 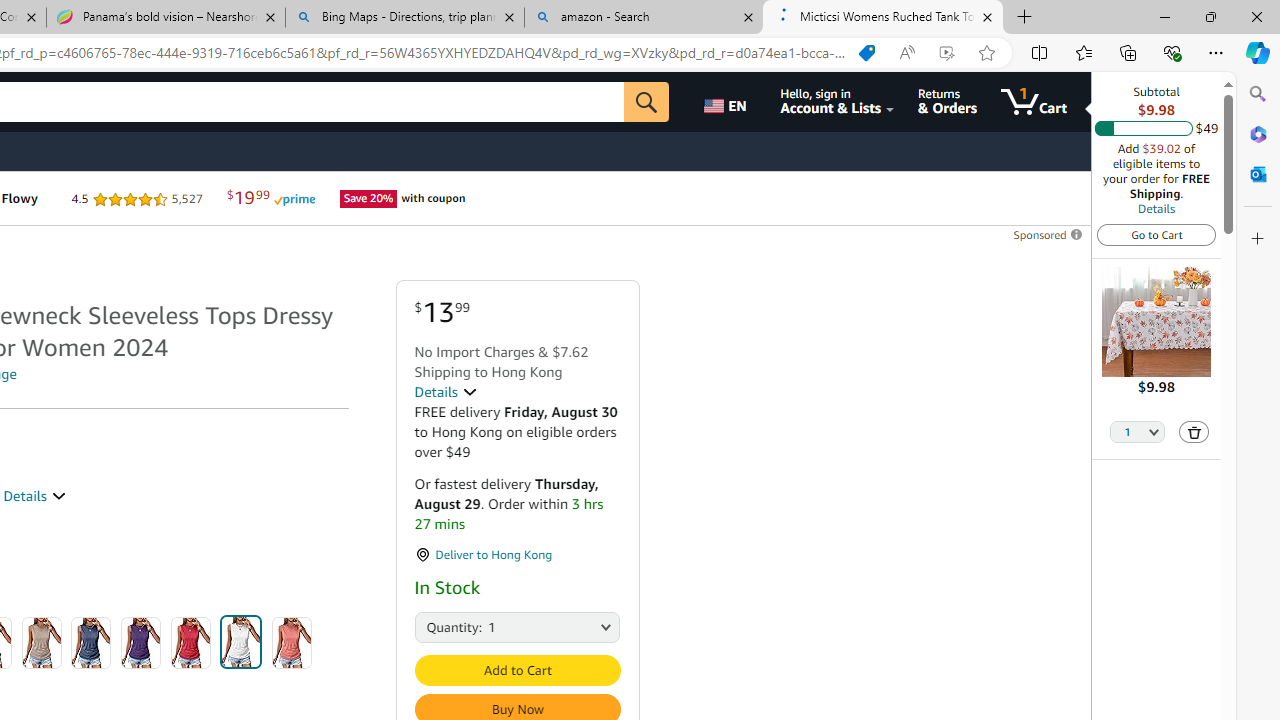 I want to click on 'Khaki', so click(x=41, y=642).